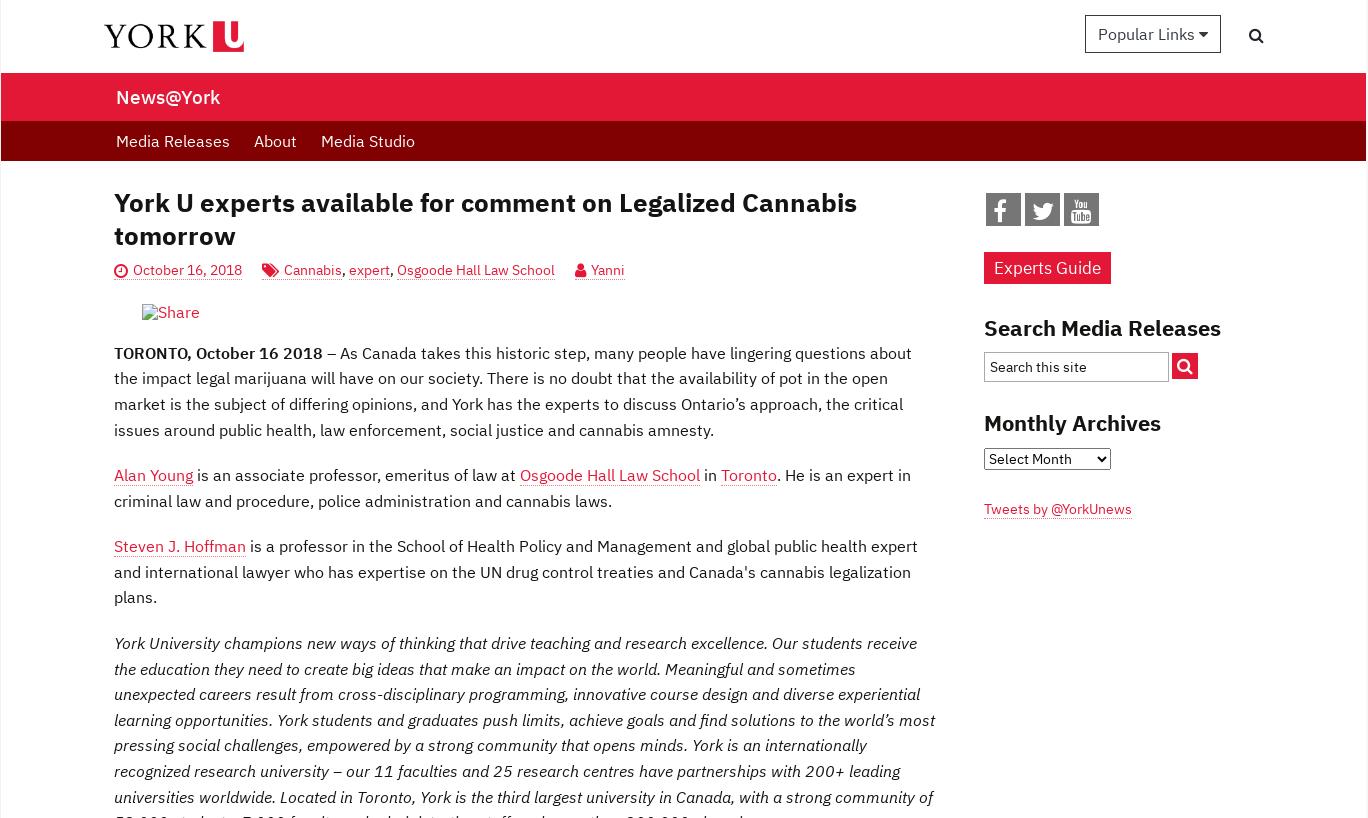  I want to click on 'Toronto', so click(748, 474).